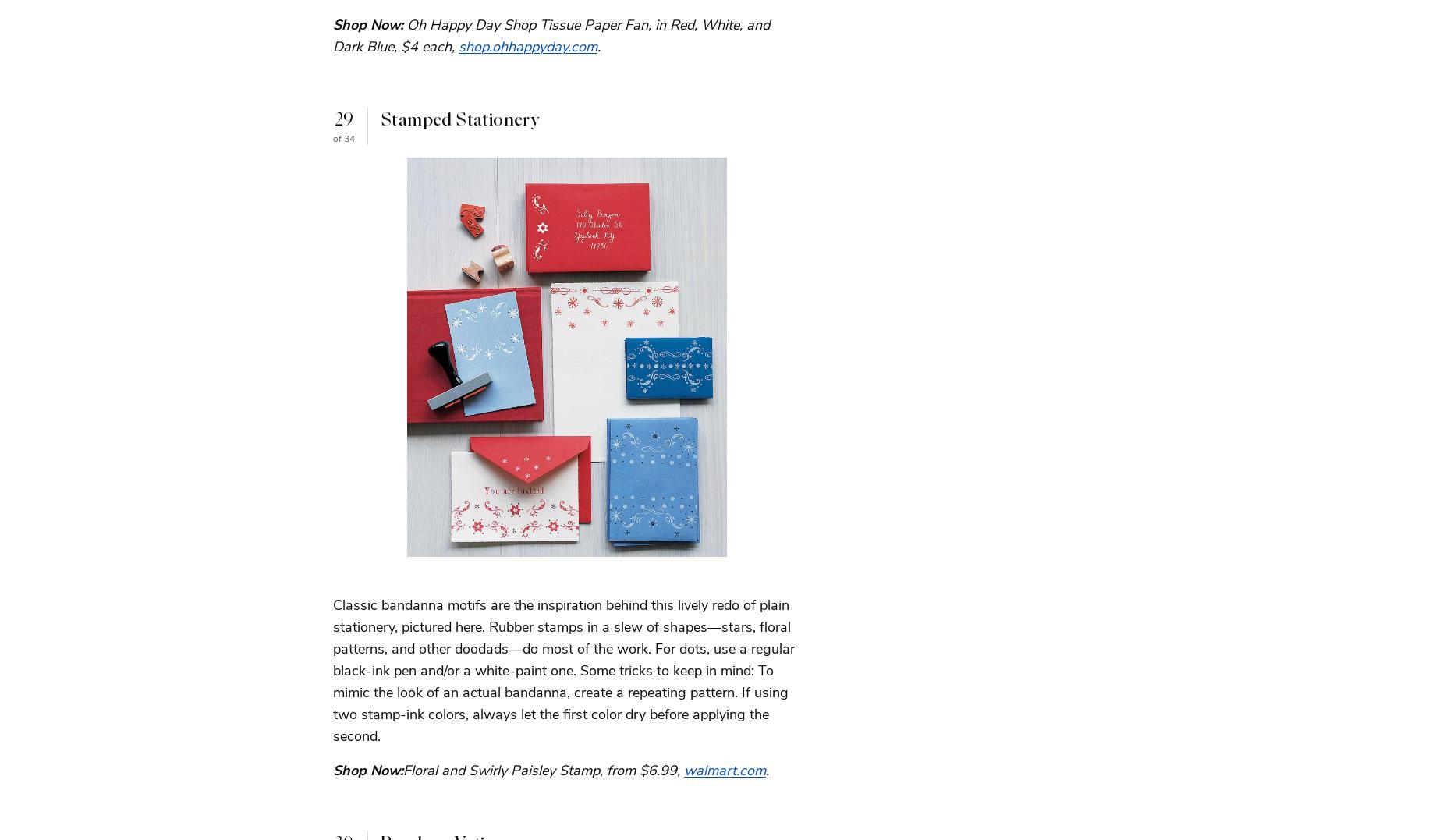 The height and width of the screenshot is (840, 1443). What do you see at coordinates (343, 136) in the screenshot?
I see `'of 34'` at bounding box center [343, 136].